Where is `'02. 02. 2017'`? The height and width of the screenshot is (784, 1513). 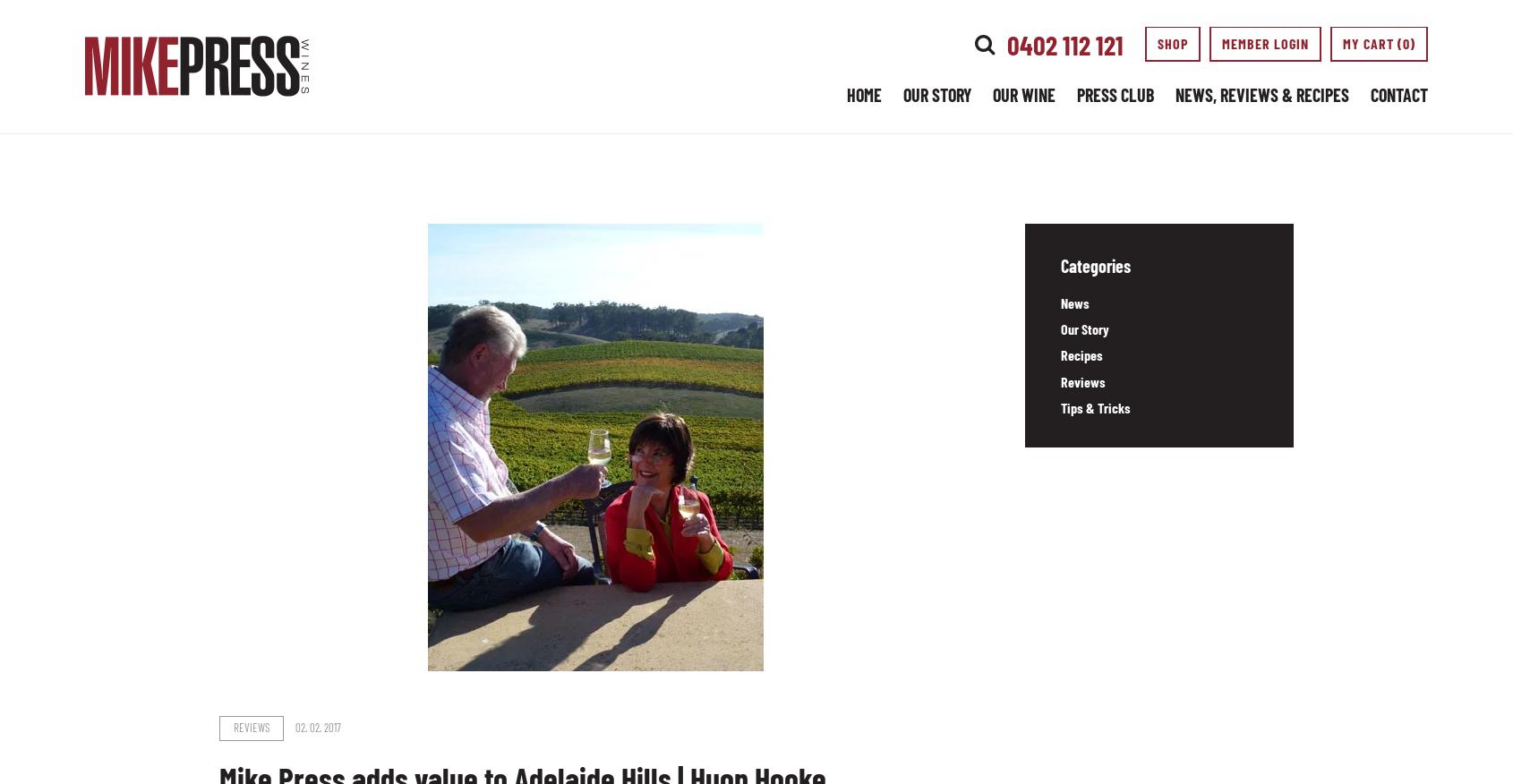
'02. 02. 2017' is located at coordinates (317, 727).